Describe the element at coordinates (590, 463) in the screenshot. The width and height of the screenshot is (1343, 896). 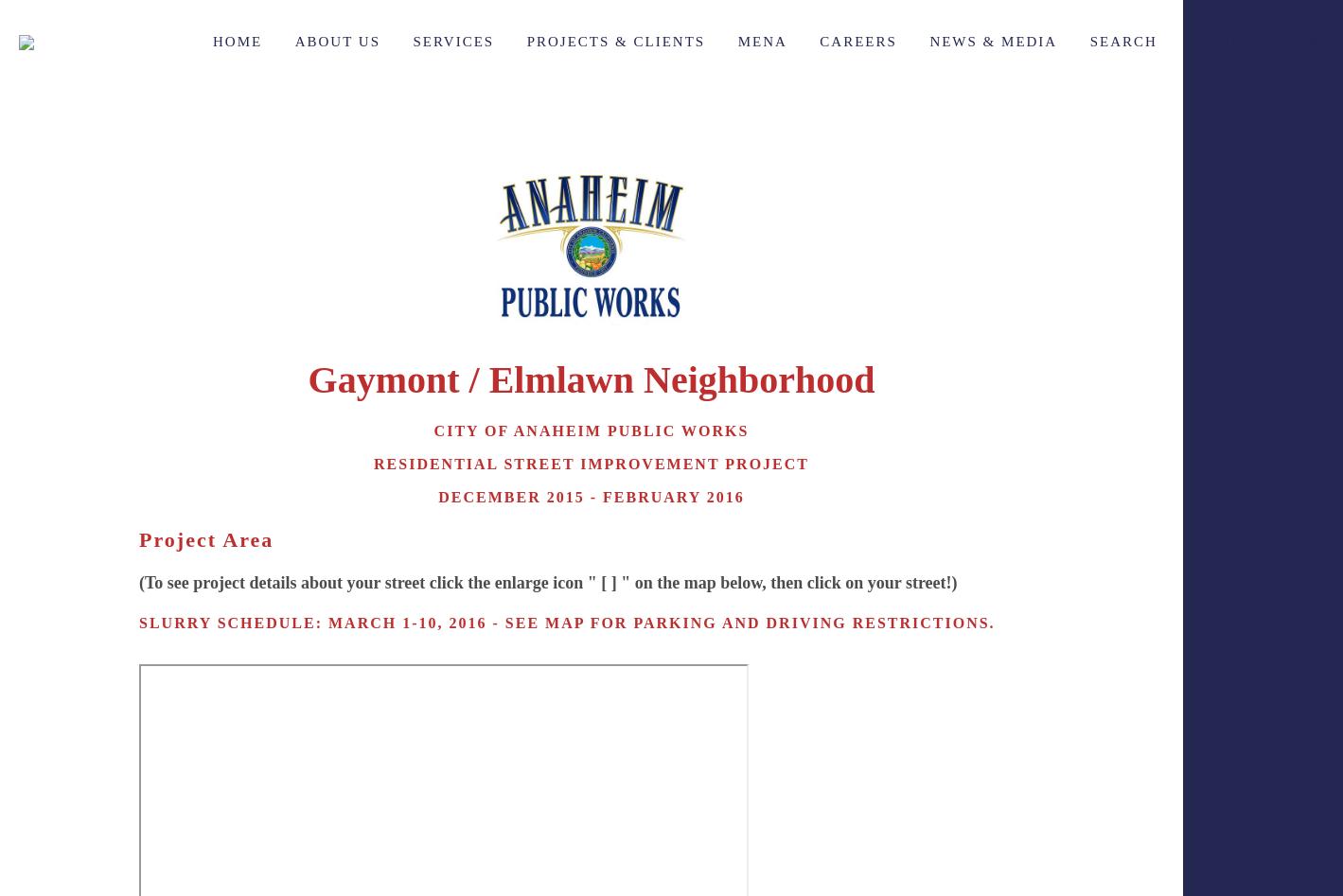
I see `'Residential street improvement project'` at that location.